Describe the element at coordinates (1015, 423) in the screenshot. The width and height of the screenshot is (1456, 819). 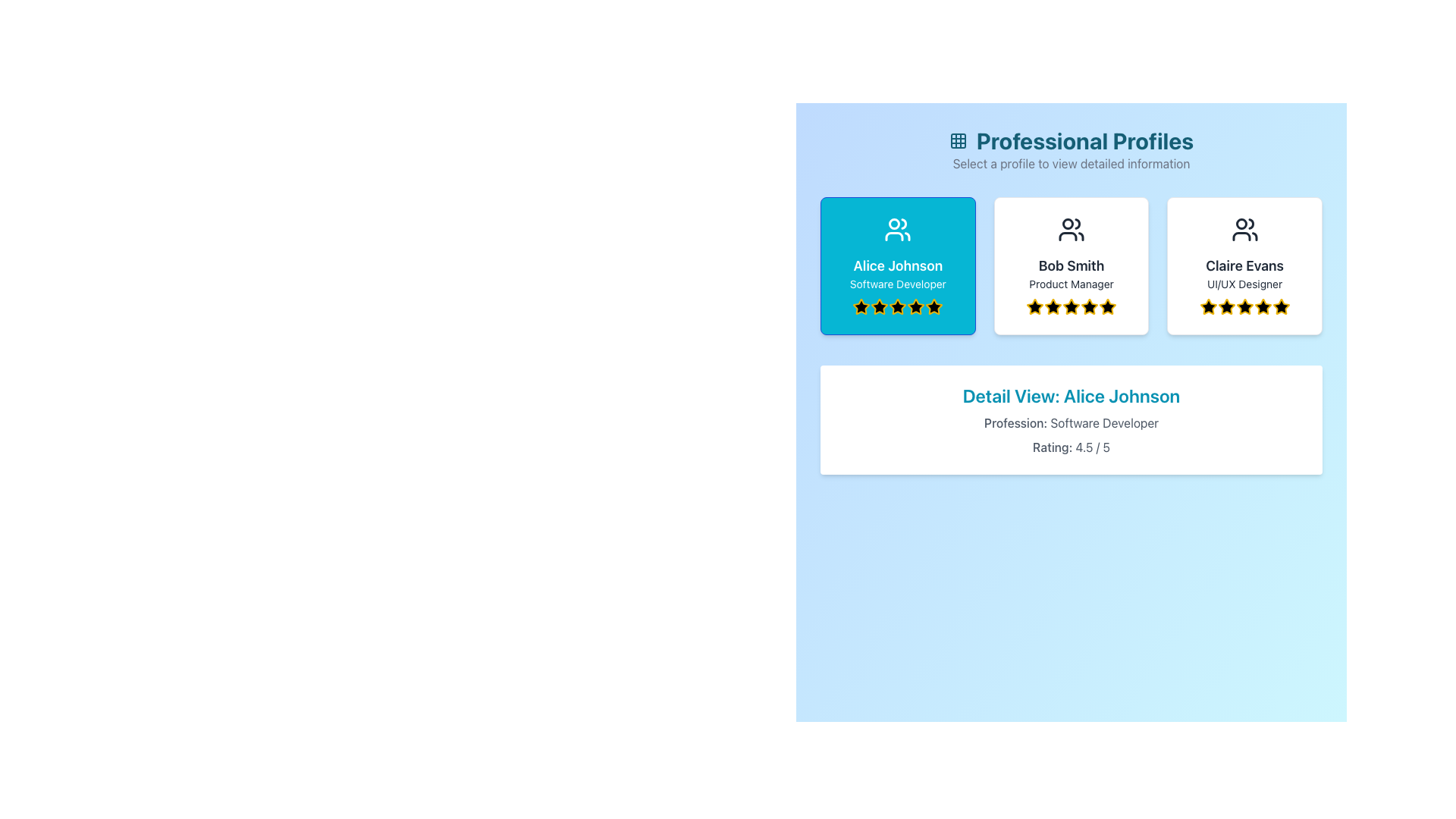
I see `the text label indicating the profession, which displays 'Profession: Software Developer' in the profile section` at that location.